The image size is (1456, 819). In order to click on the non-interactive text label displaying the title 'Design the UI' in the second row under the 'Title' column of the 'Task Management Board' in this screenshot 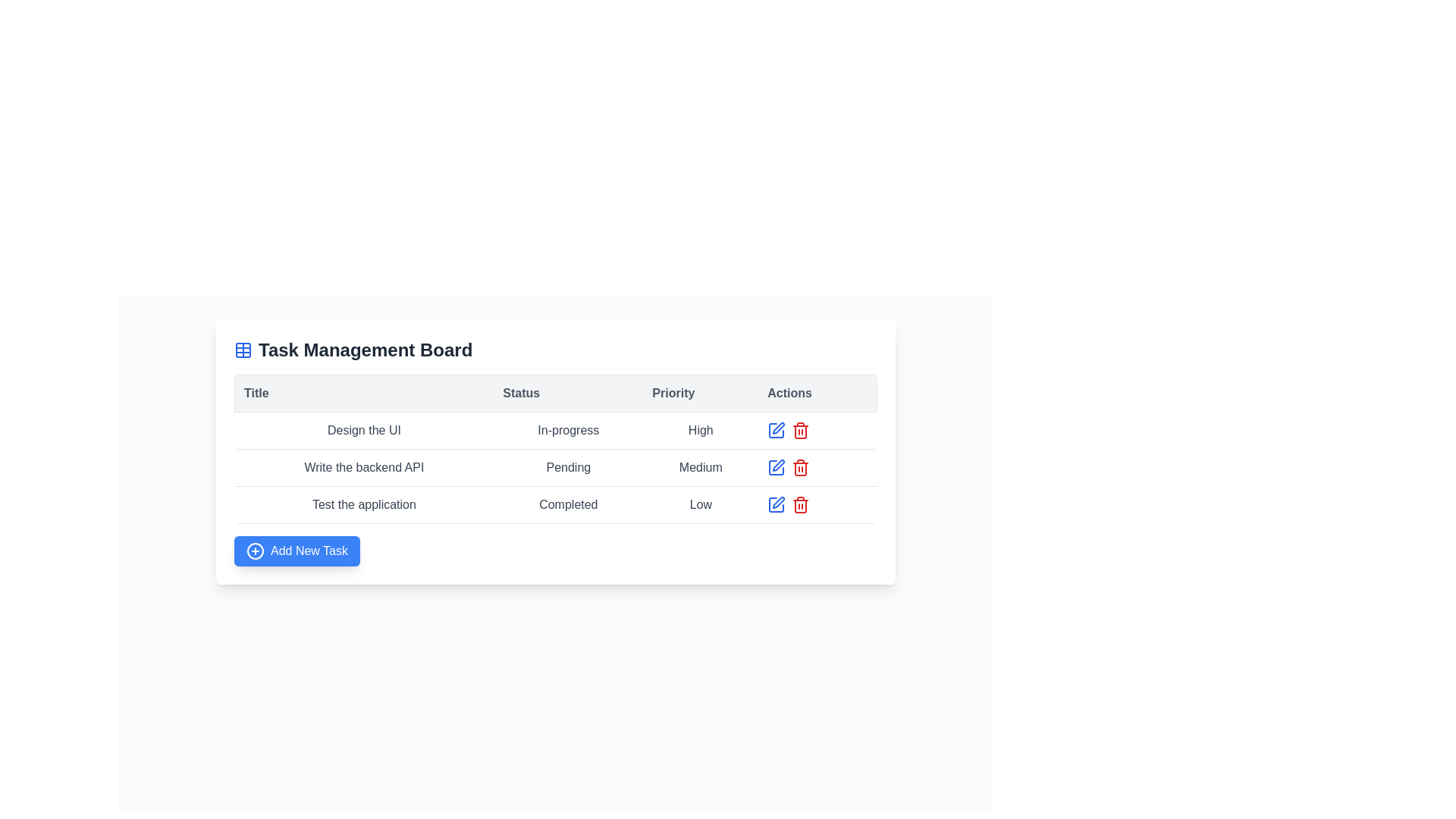, I will do `click(364, 430)`.